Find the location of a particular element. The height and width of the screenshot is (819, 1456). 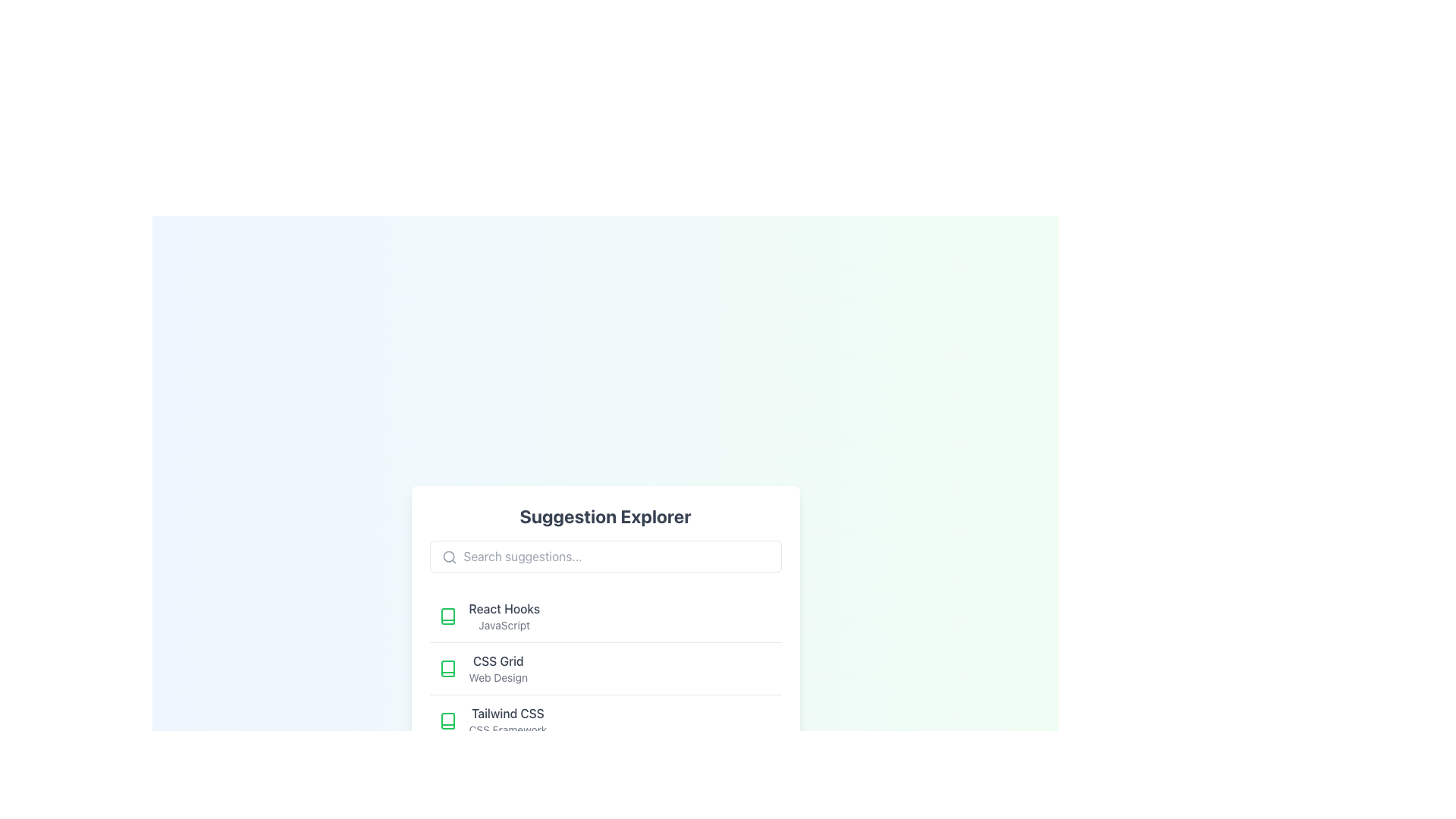

Text label that represents the first suggestion option in the list, located above the 'JavaScript' text is located at coordinates (504, 607).